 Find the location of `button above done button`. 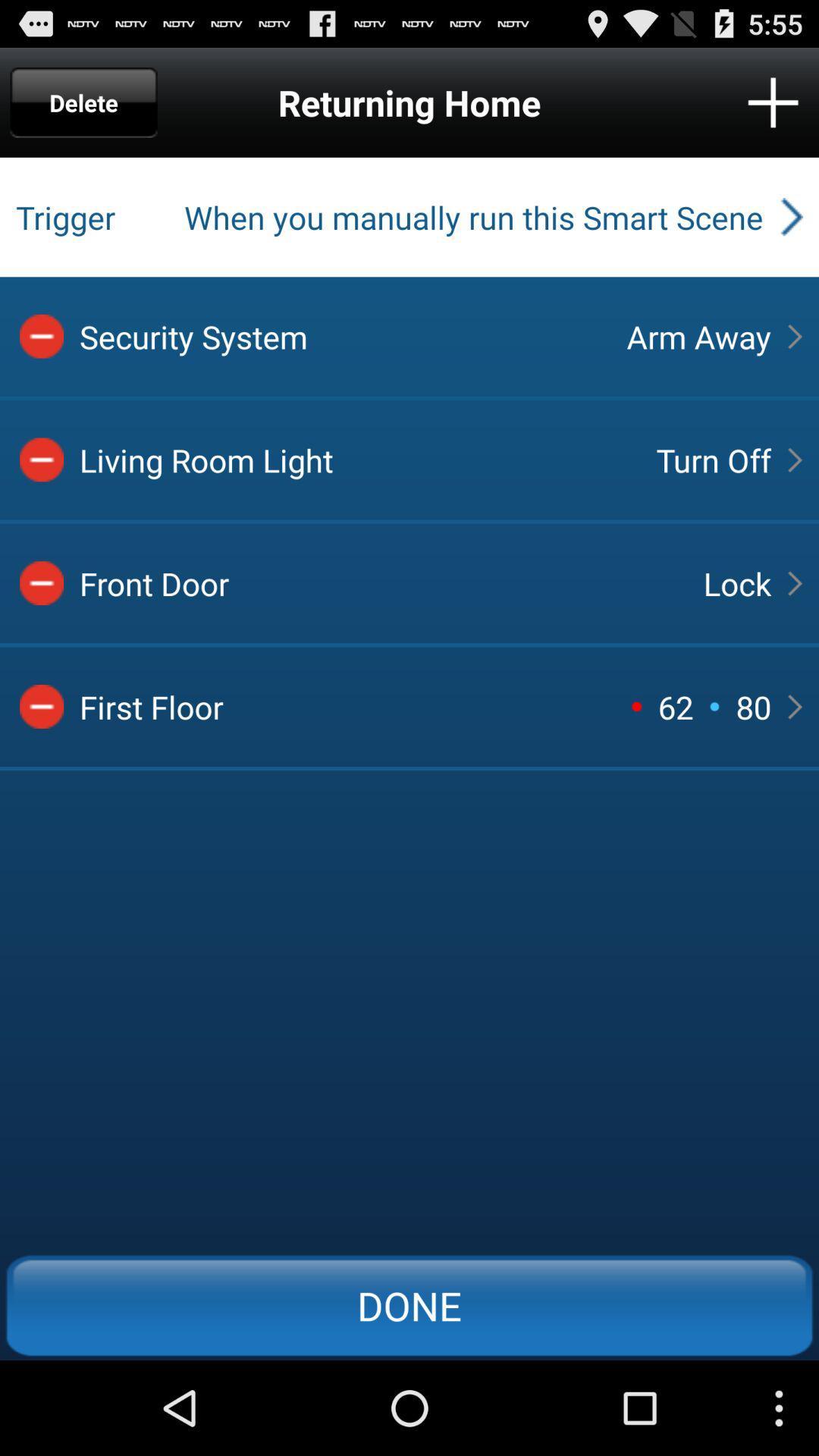

button above done button is located at coordinates (753, 706).